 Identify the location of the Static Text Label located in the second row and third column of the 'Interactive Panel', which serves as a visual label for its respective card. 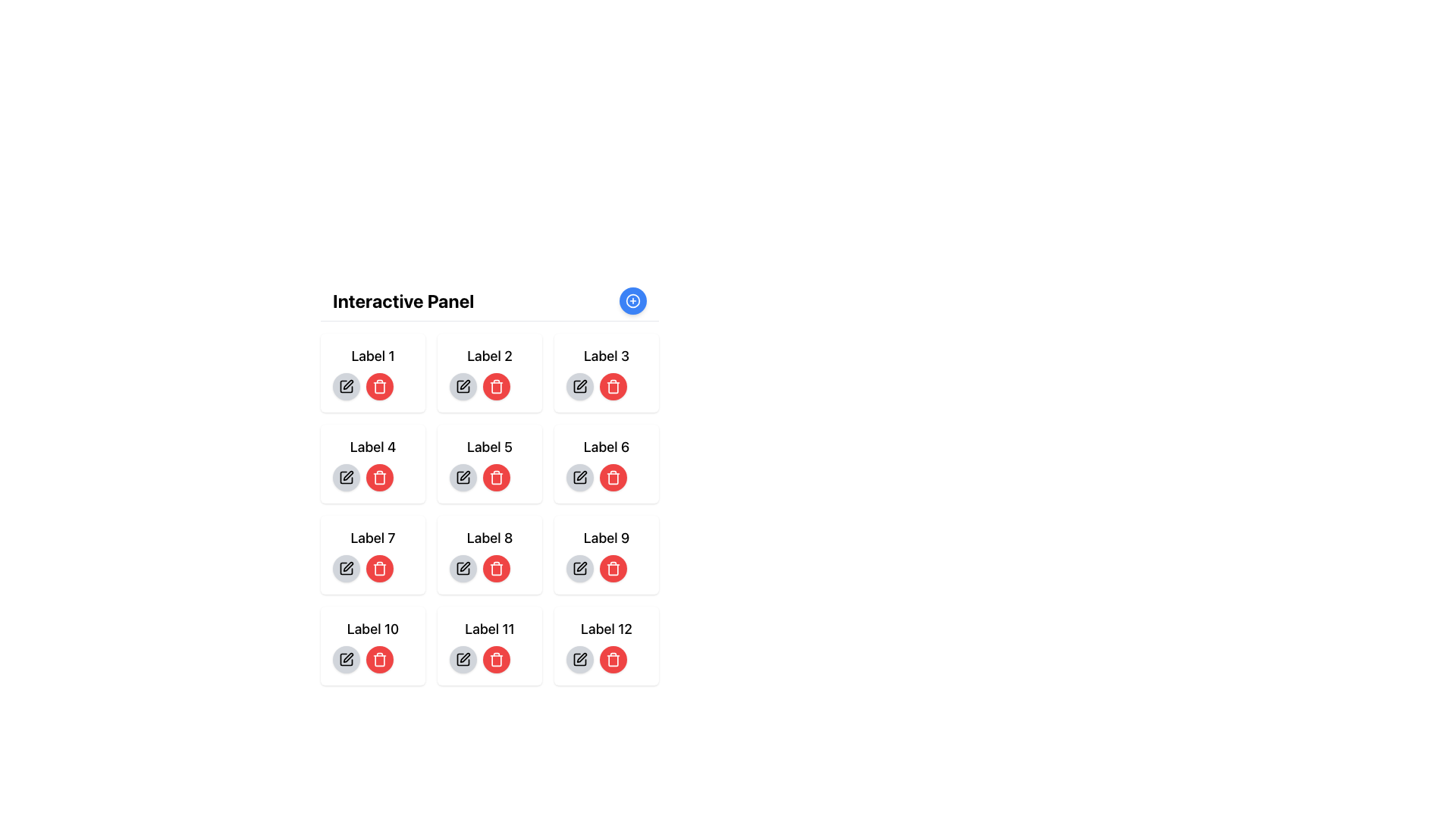
(607, 356).